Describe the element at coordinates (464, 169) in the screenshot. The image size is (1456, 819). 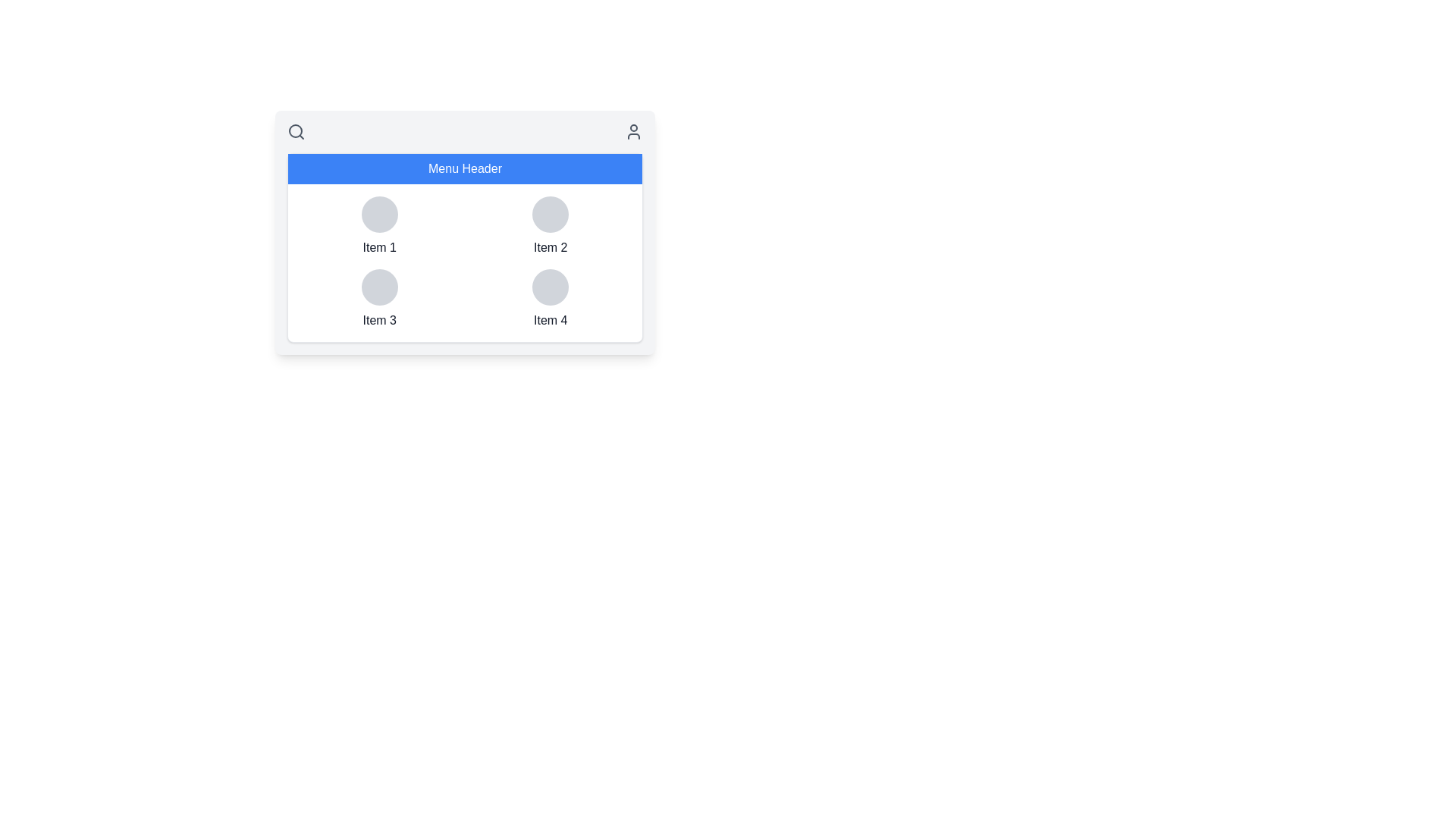
I see `the 'Menu Header' text label, which has a blue background and white text, positioned at the top of a card-like structure` at that location.